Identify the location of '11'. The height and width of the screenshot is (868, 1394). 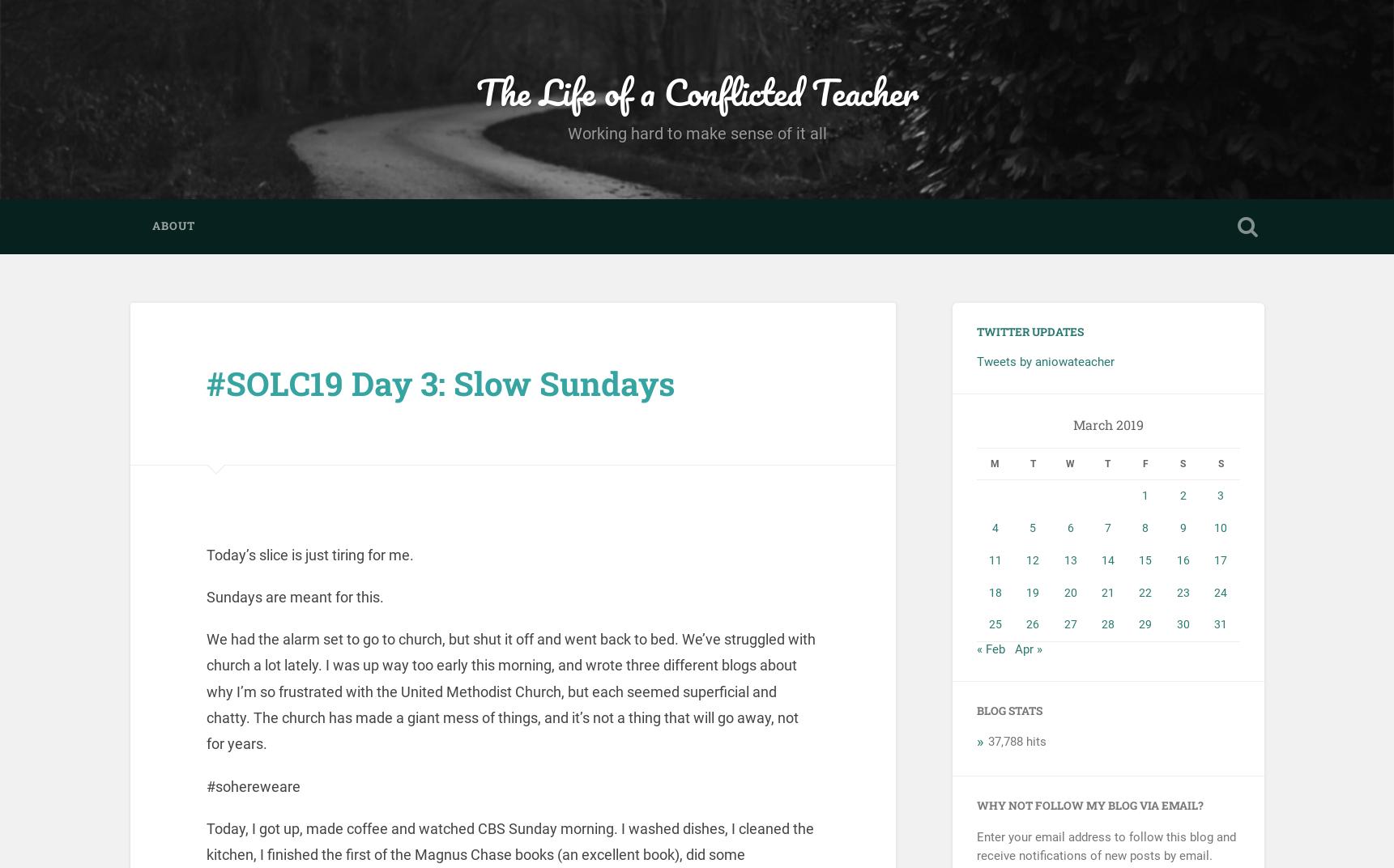
(993, 559).